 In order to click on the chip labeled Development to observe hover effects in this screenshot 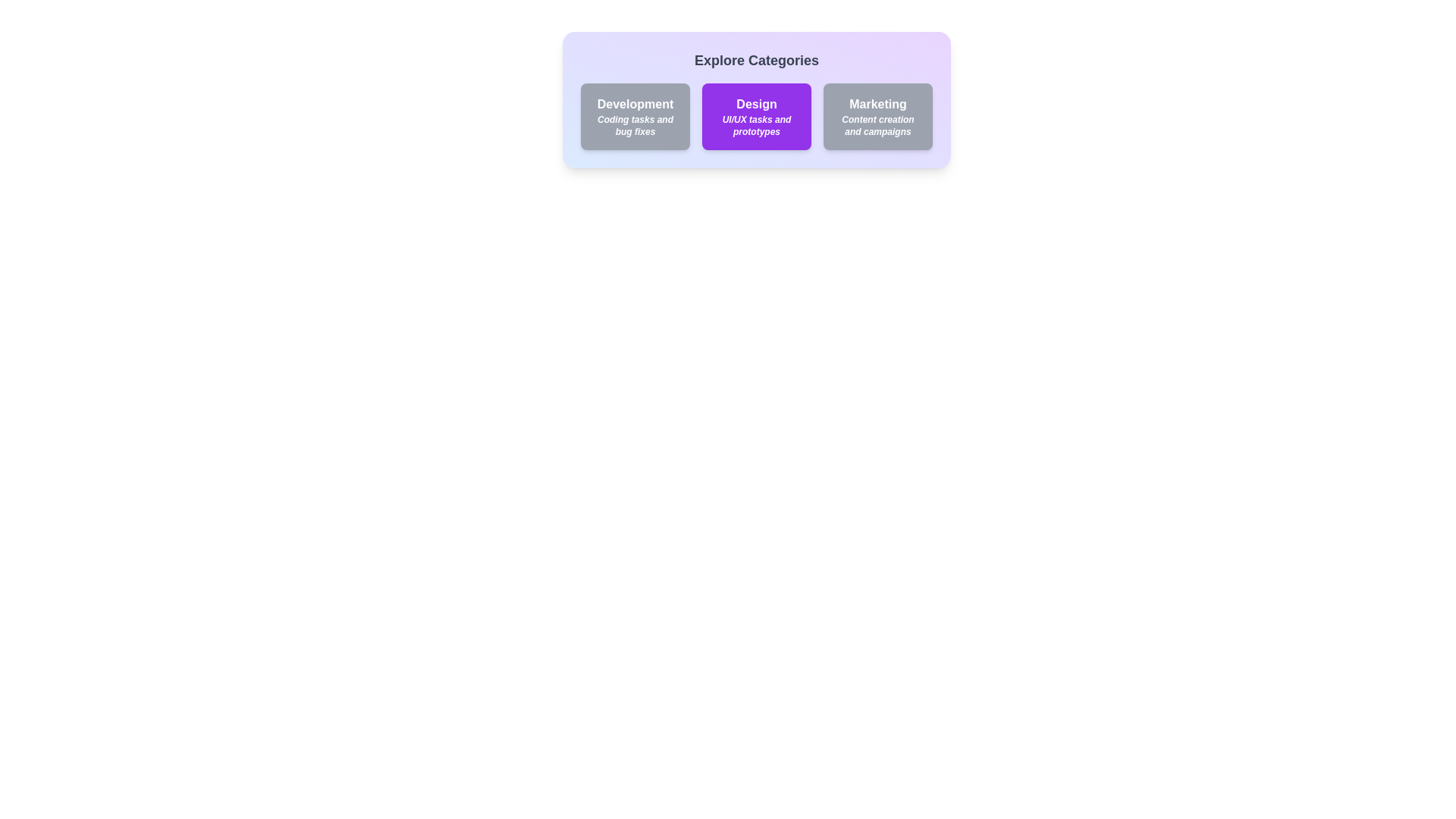, I will do `click(635, 116)`.